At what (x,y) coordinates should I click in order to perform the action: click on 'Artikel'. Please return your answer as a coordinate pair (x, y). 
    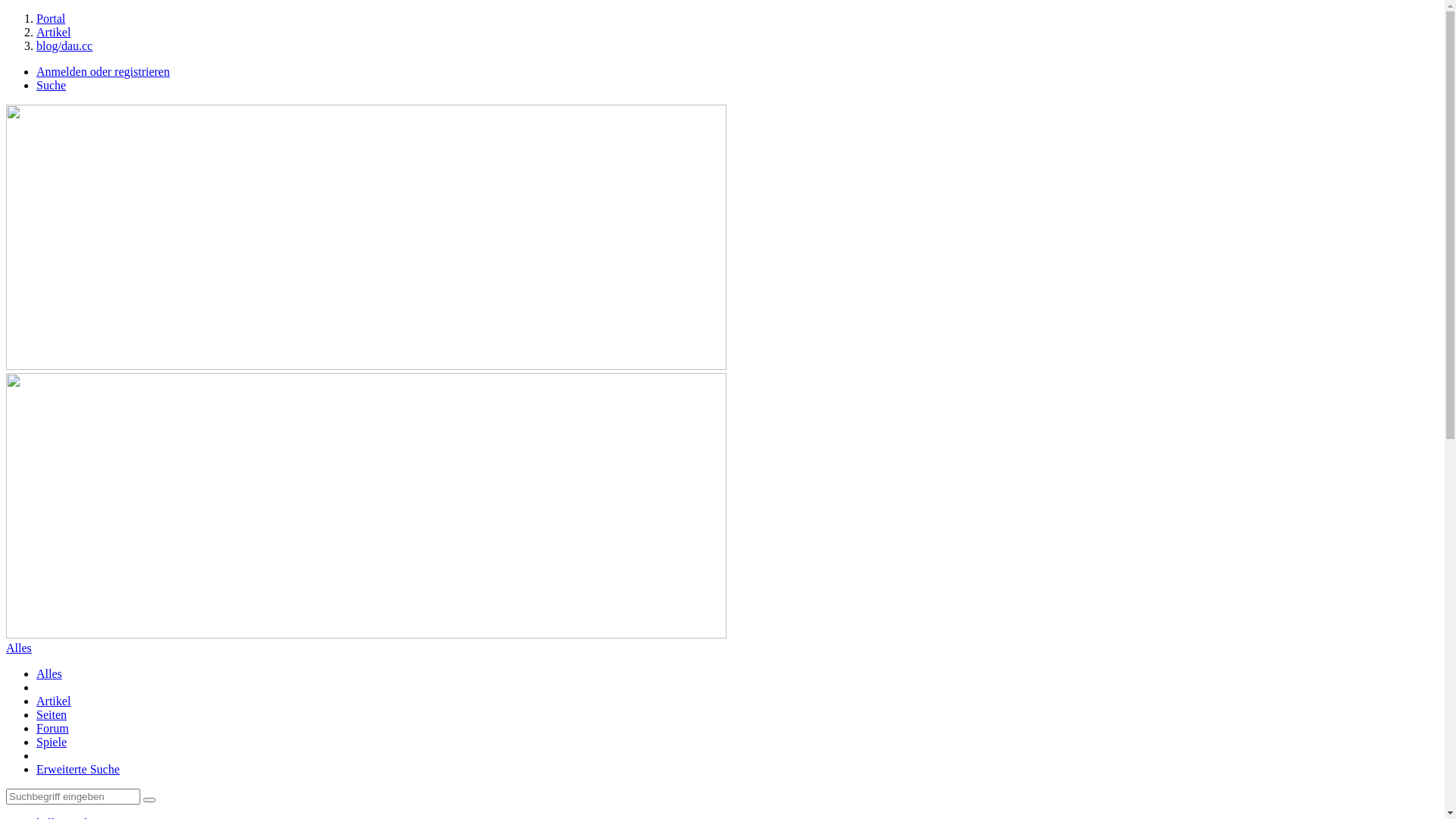
    Looking at the image, I should click on (53, 701).